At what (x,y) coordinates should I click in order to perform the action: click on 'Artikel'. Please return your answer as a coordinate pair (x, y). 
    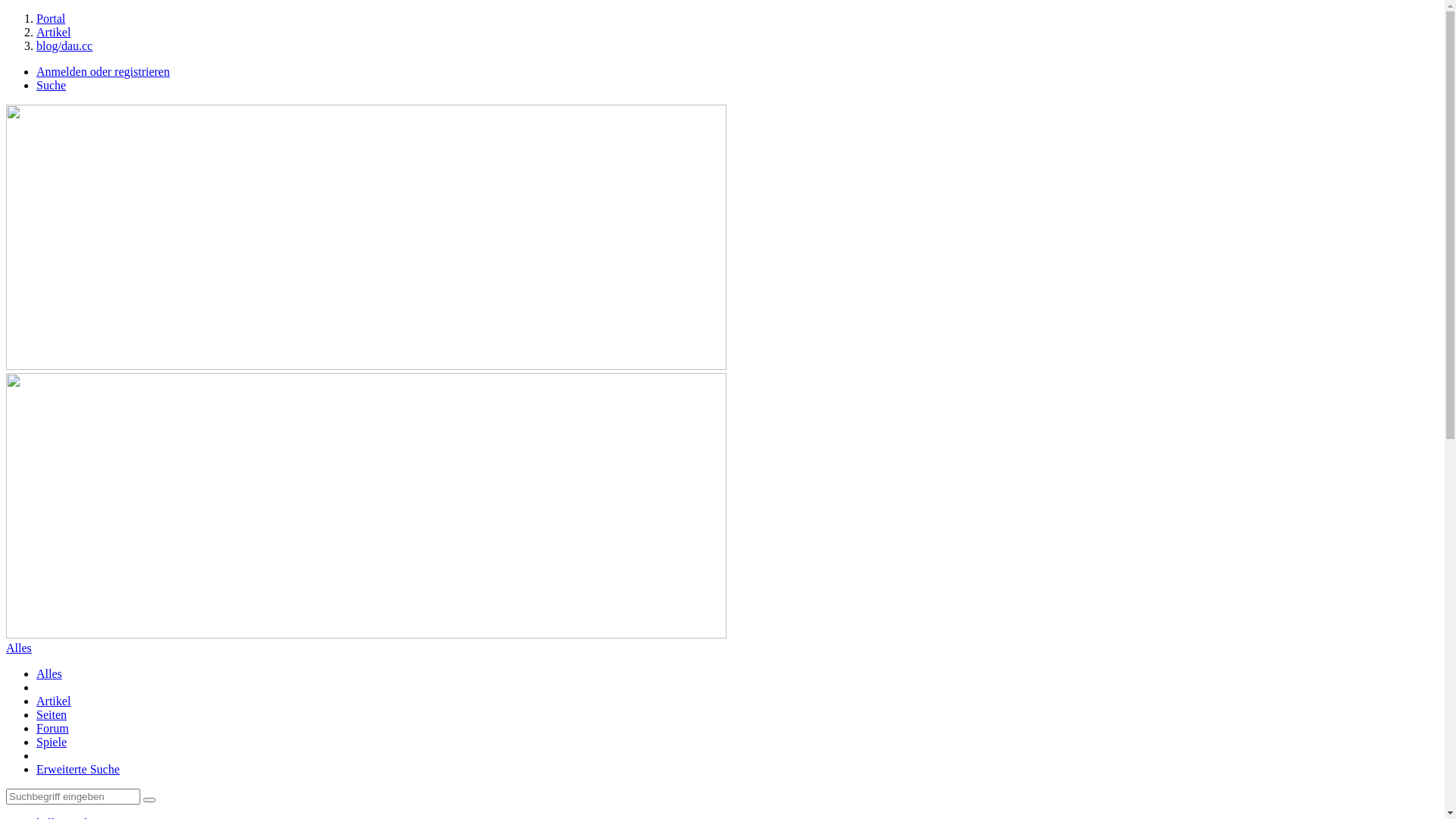
    Looking at the image, I should click on (53, 701).